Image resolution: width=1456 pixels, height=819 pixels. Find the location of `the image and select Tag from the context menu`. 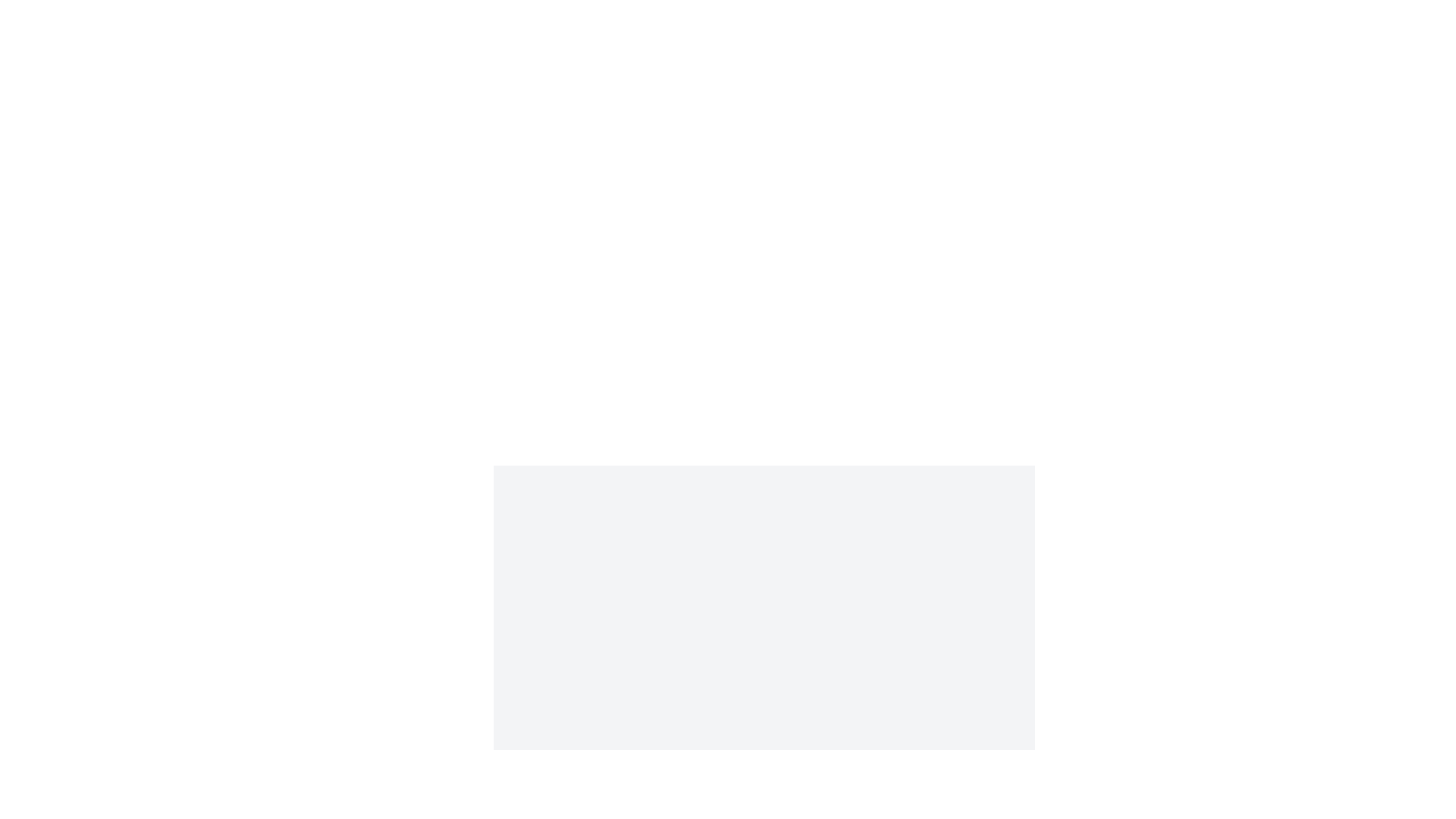

the image and select Tag from the context menu is located at coordinates (764, 598).